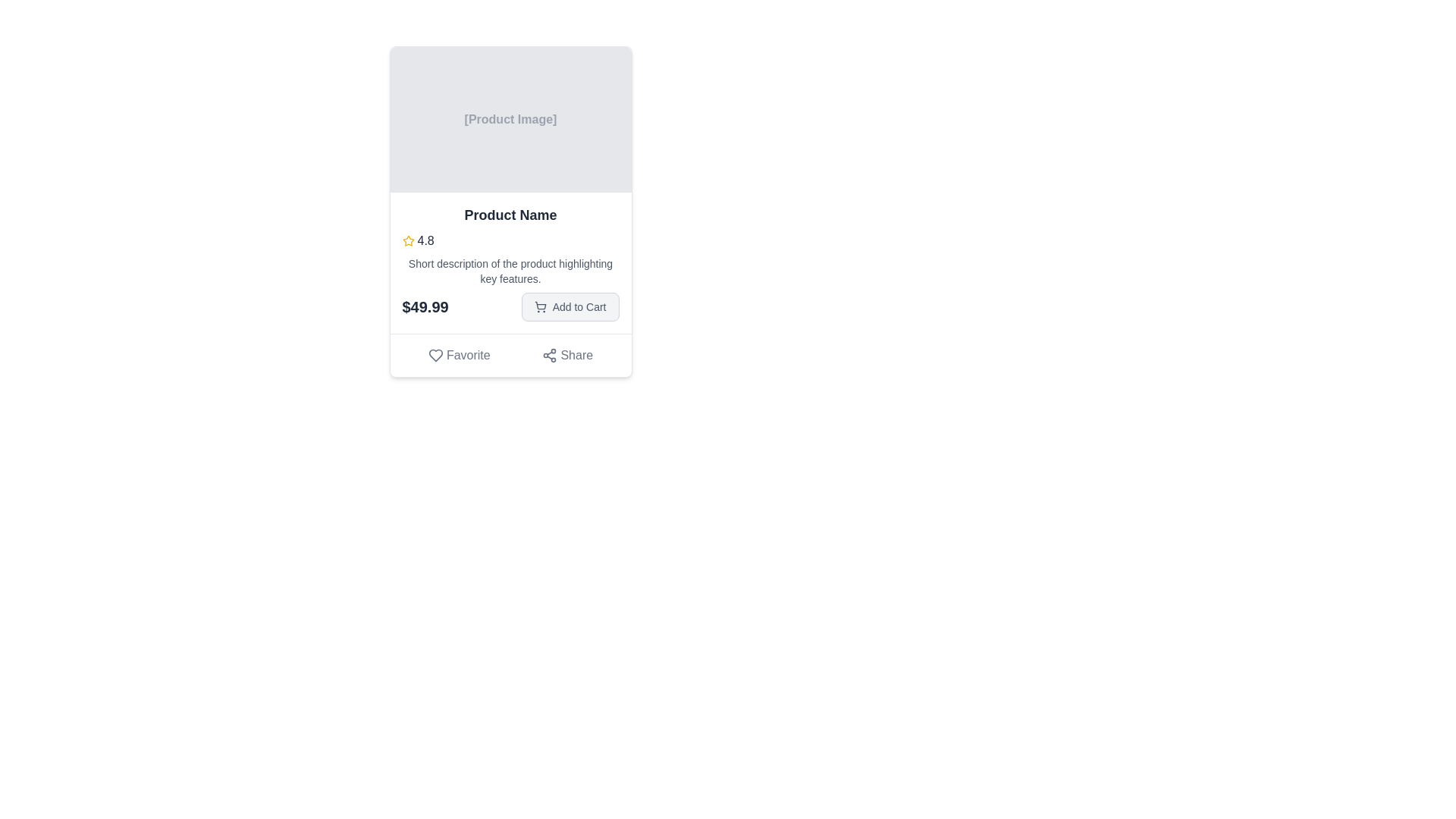  What do you see at coordinates (510, 215) in the screenshot?
I see `bold text displaying 'Product Name' in dark gray color, positioned prominently within the product card, located directly below the product image placeholder` at bounding box center [510, 215].